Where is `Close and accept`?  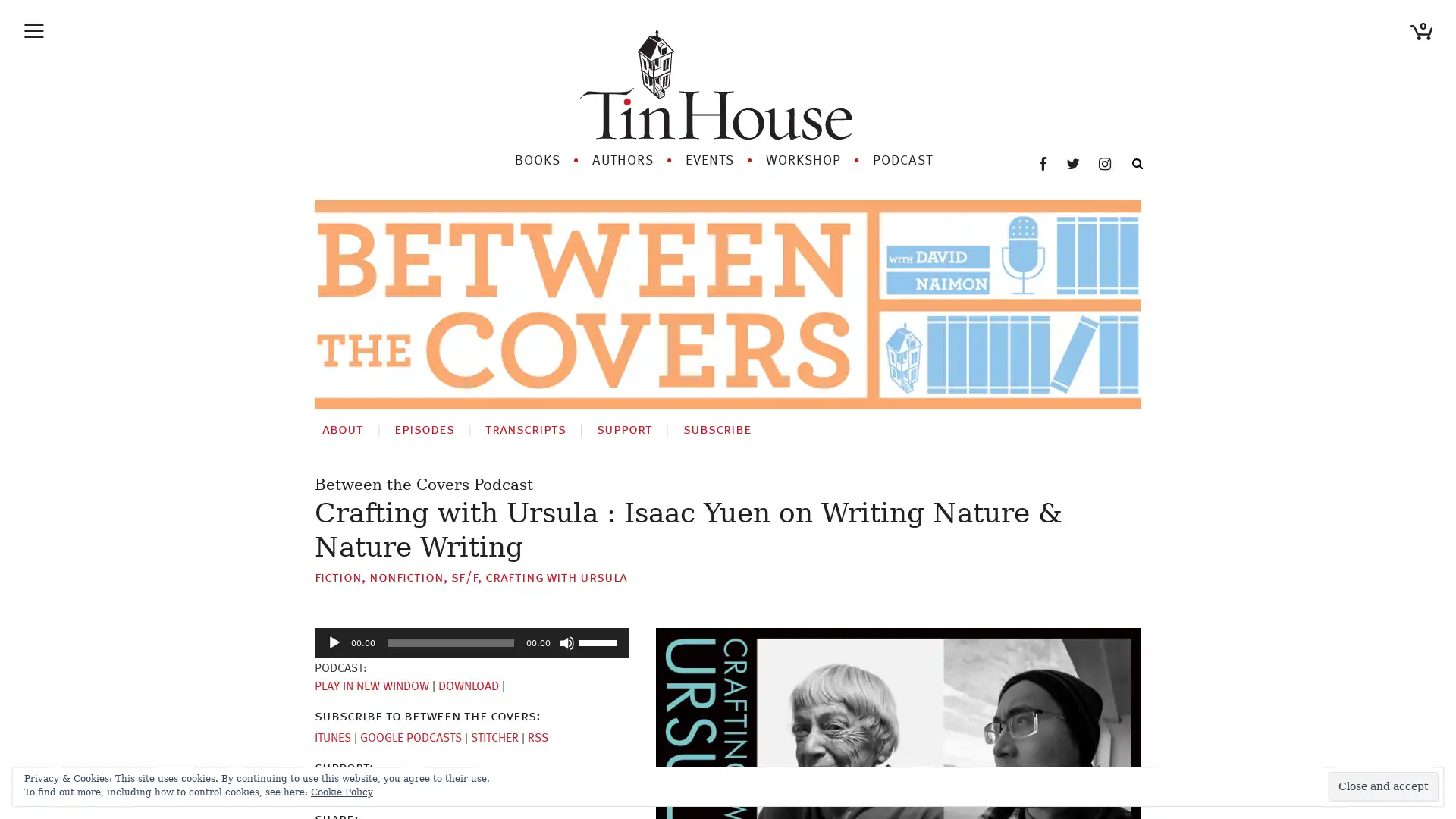 Close and accept is located at coordinates (1383, 786).